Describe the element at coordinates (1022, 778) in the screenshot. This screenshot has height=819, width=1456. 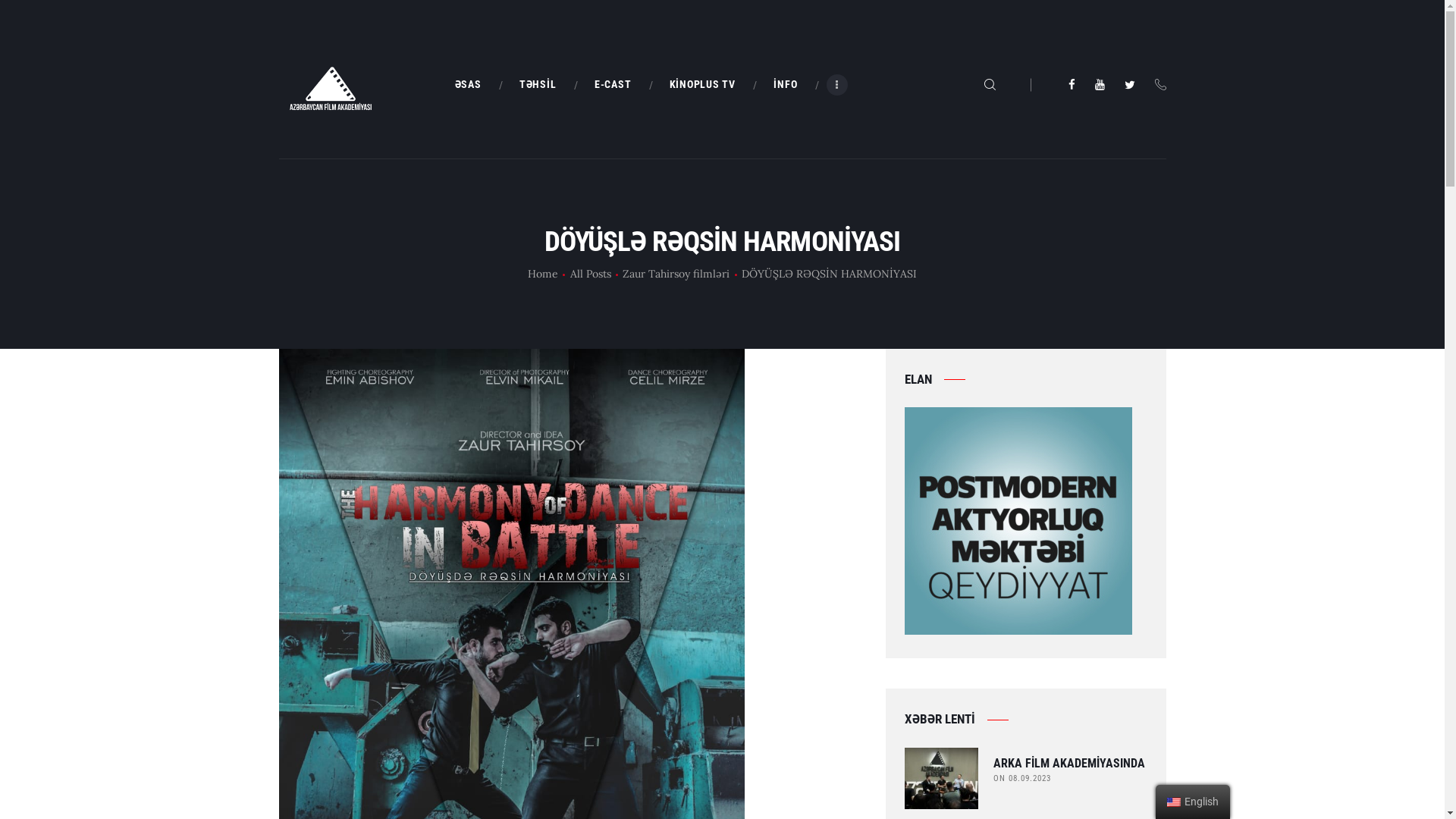
I see `'ON 08.09.2023'` at that location.